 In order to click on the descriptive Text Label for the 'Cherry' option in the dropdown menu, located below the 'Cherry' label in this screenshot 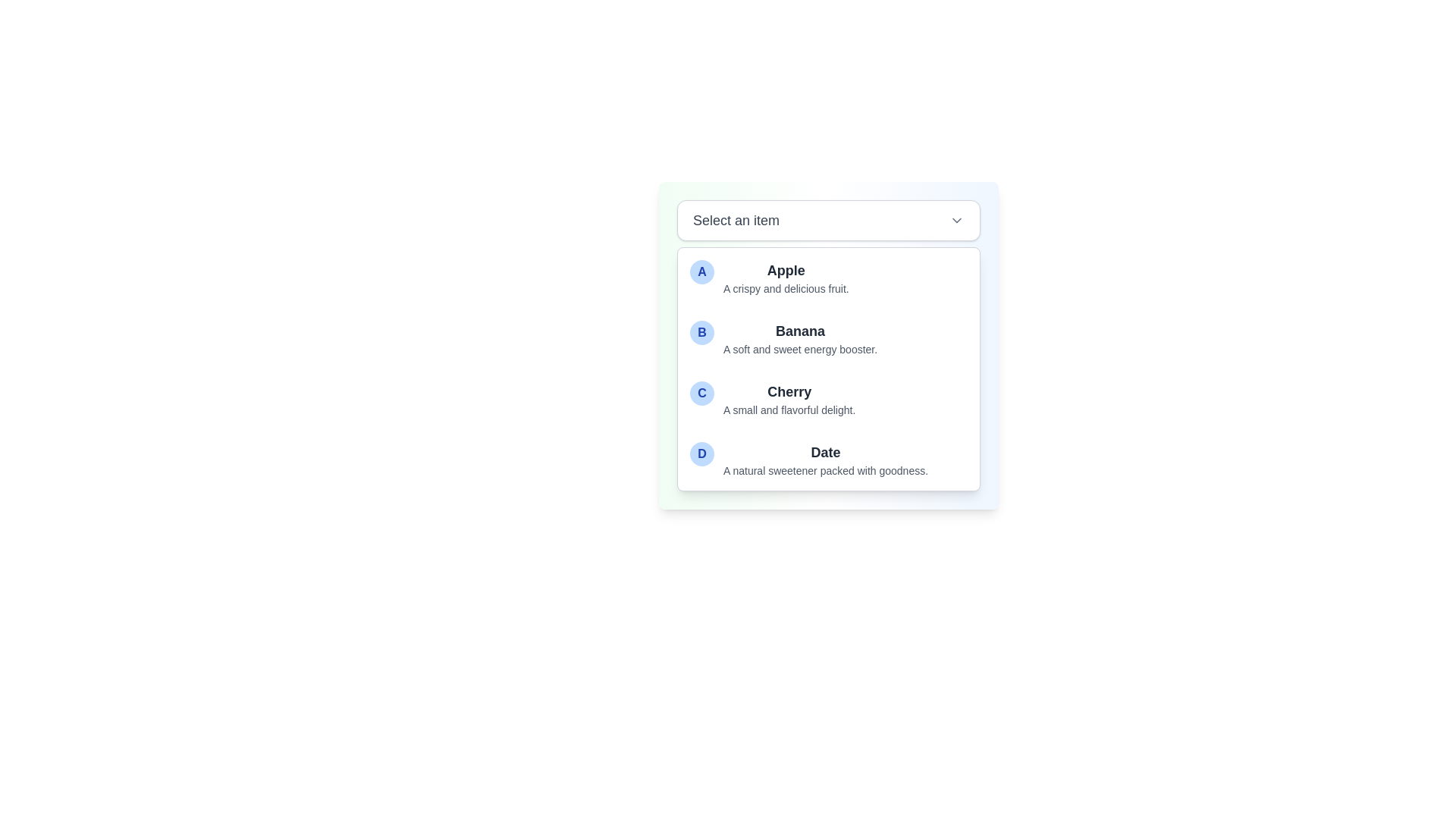, I will do `click(789, 409)`.